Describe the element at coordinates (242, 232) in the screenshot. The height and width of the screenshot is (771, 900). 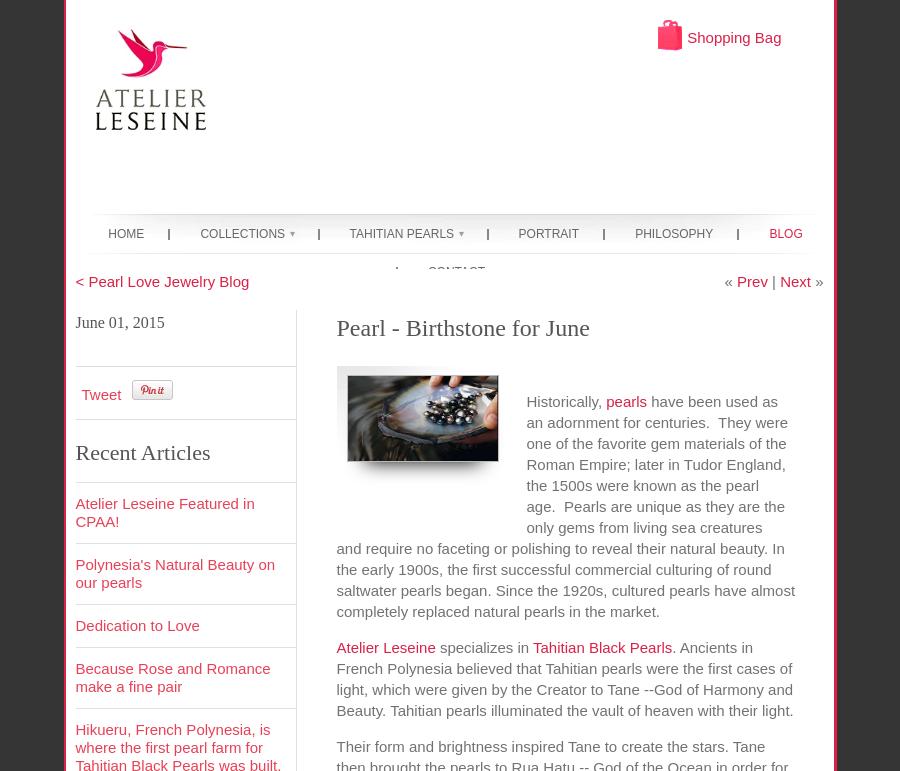
I see `'Collections'` at that location.